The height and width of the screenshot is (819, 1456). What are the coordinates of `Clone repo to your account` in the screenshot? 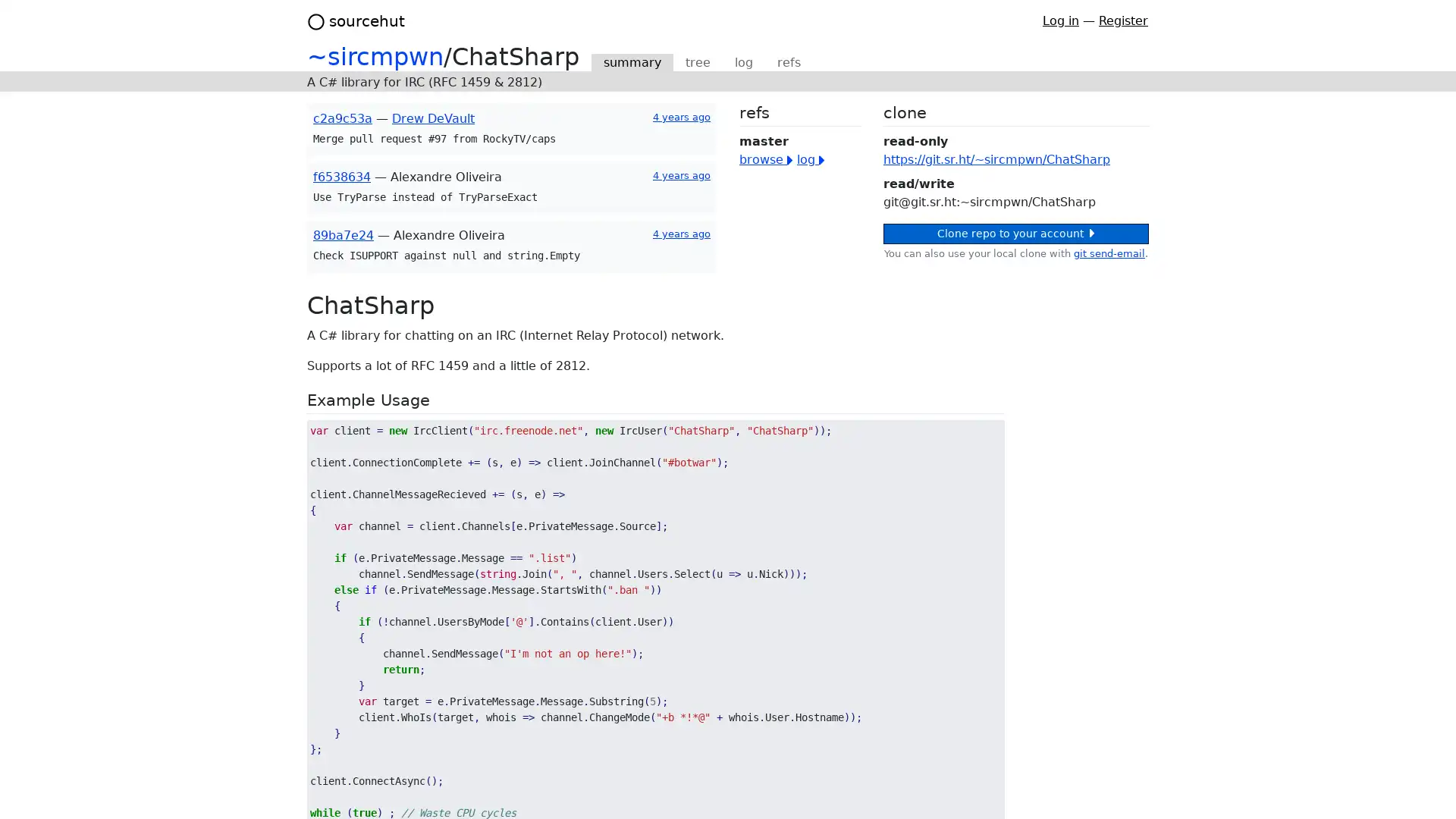 It's located at (1015, 234).